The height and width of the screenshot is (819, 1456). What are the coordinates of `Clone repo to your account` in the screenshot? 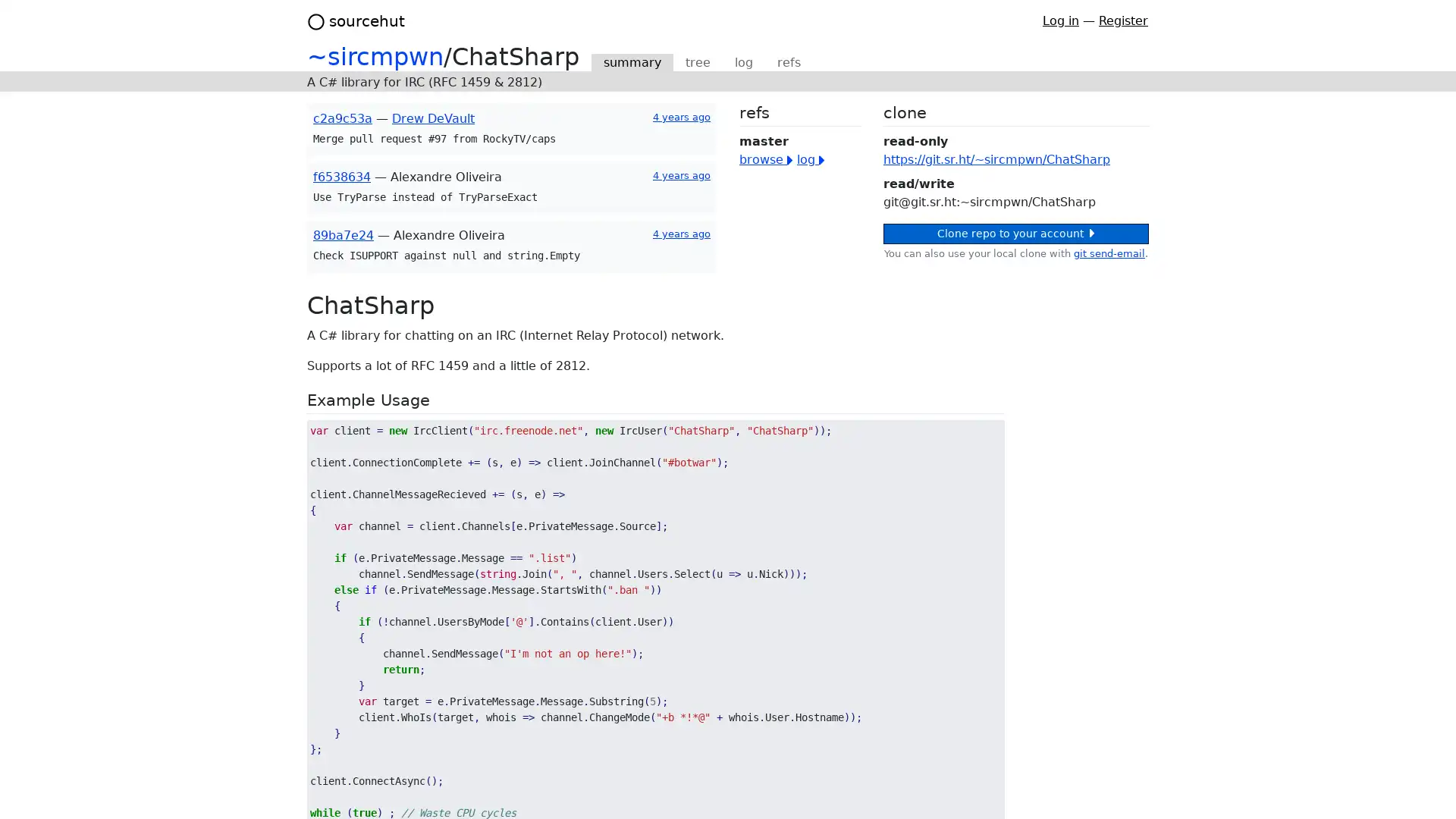 It's located at (1015, 234).